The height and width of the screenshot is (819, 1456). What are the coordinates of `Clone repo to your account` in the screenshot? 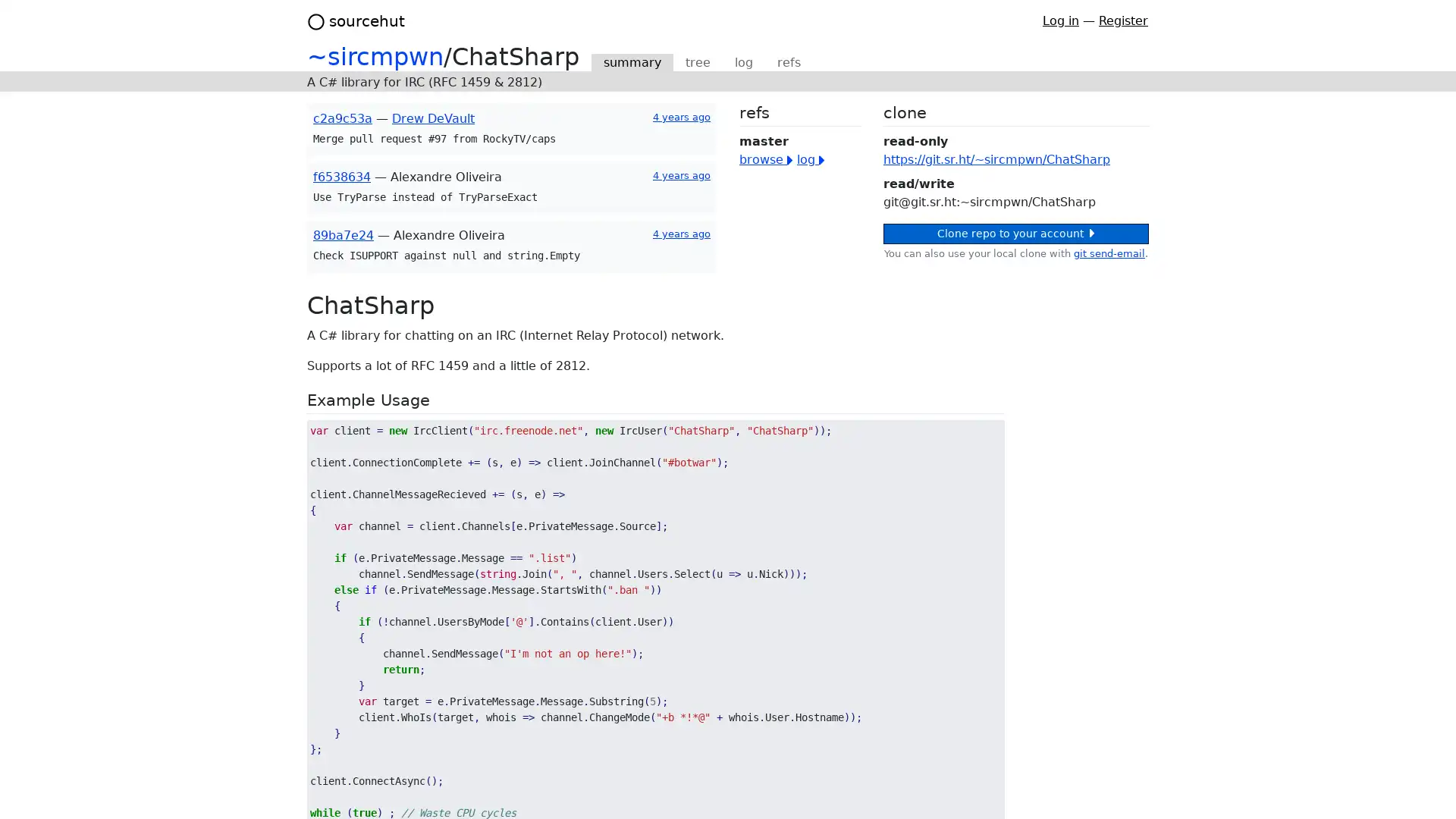 It's located at (1015, 234).